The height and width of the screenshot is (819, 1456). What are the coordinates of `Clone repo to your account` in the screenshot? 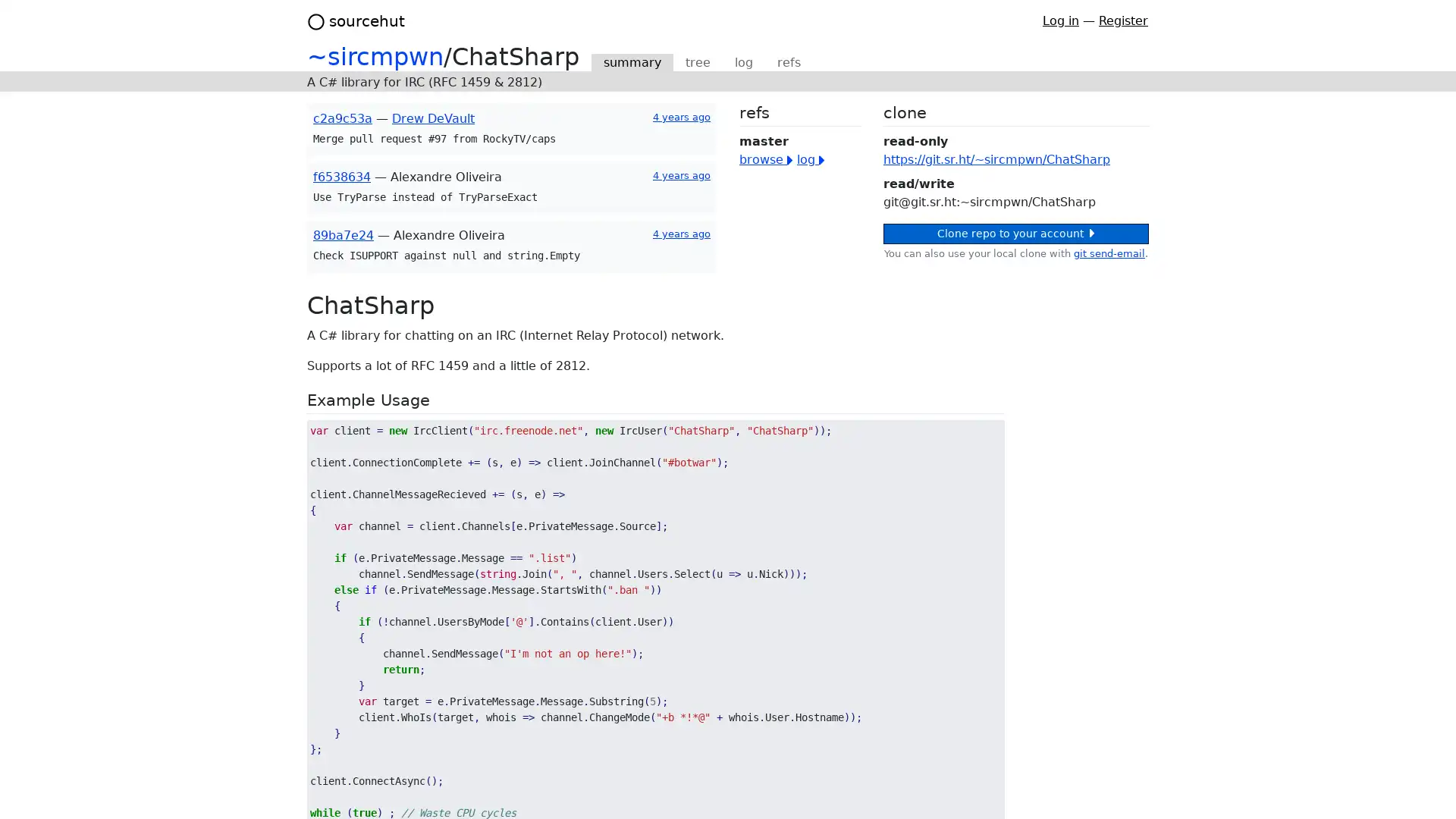 It's located at (1015, 234).